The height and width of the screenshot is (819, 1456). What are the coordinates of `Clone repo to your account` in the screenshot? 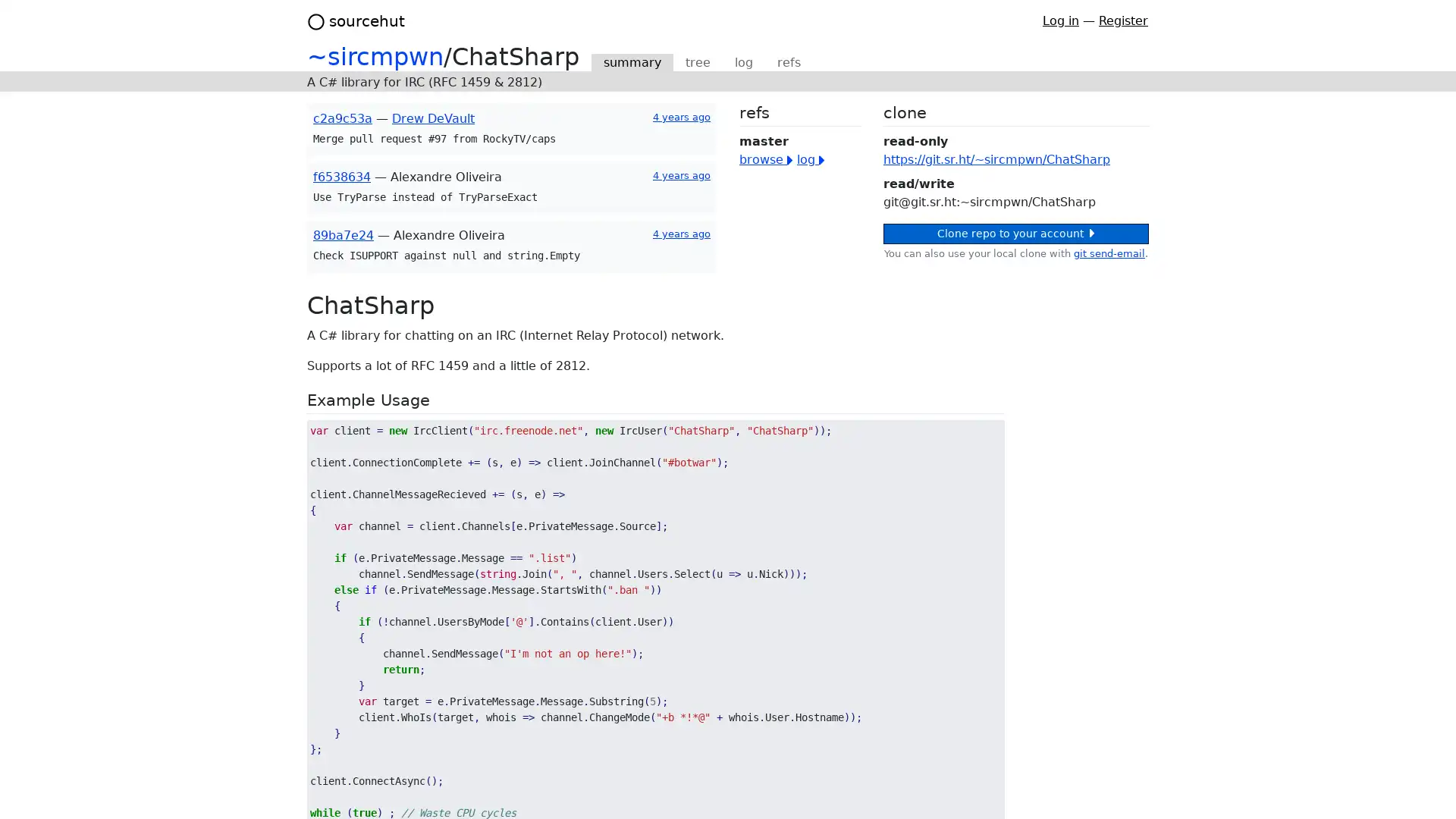 It's located at (1015, 234).